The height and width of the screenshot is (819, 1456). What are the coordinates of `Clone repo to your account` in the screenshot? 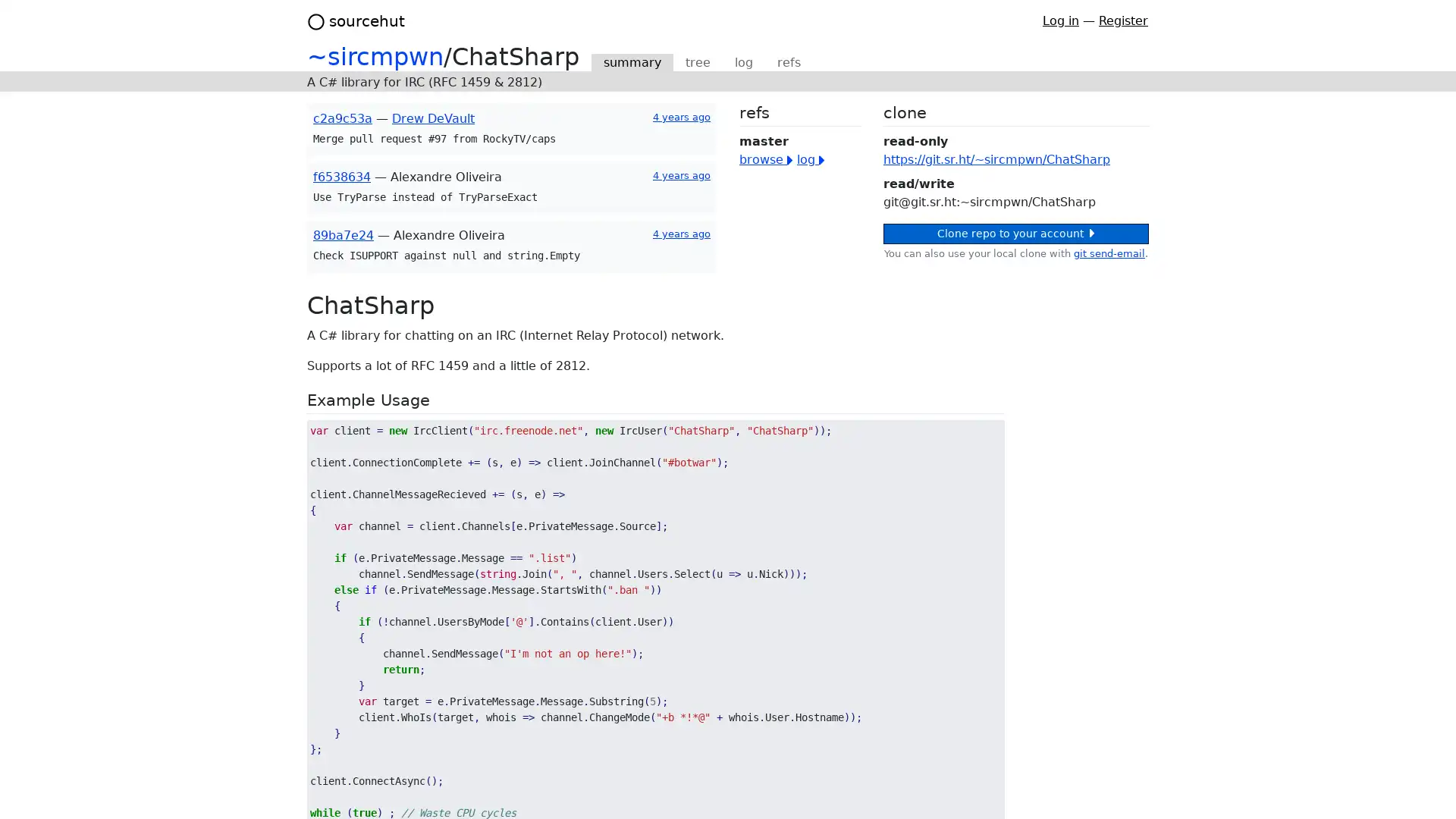 It's located at (1015, 234).